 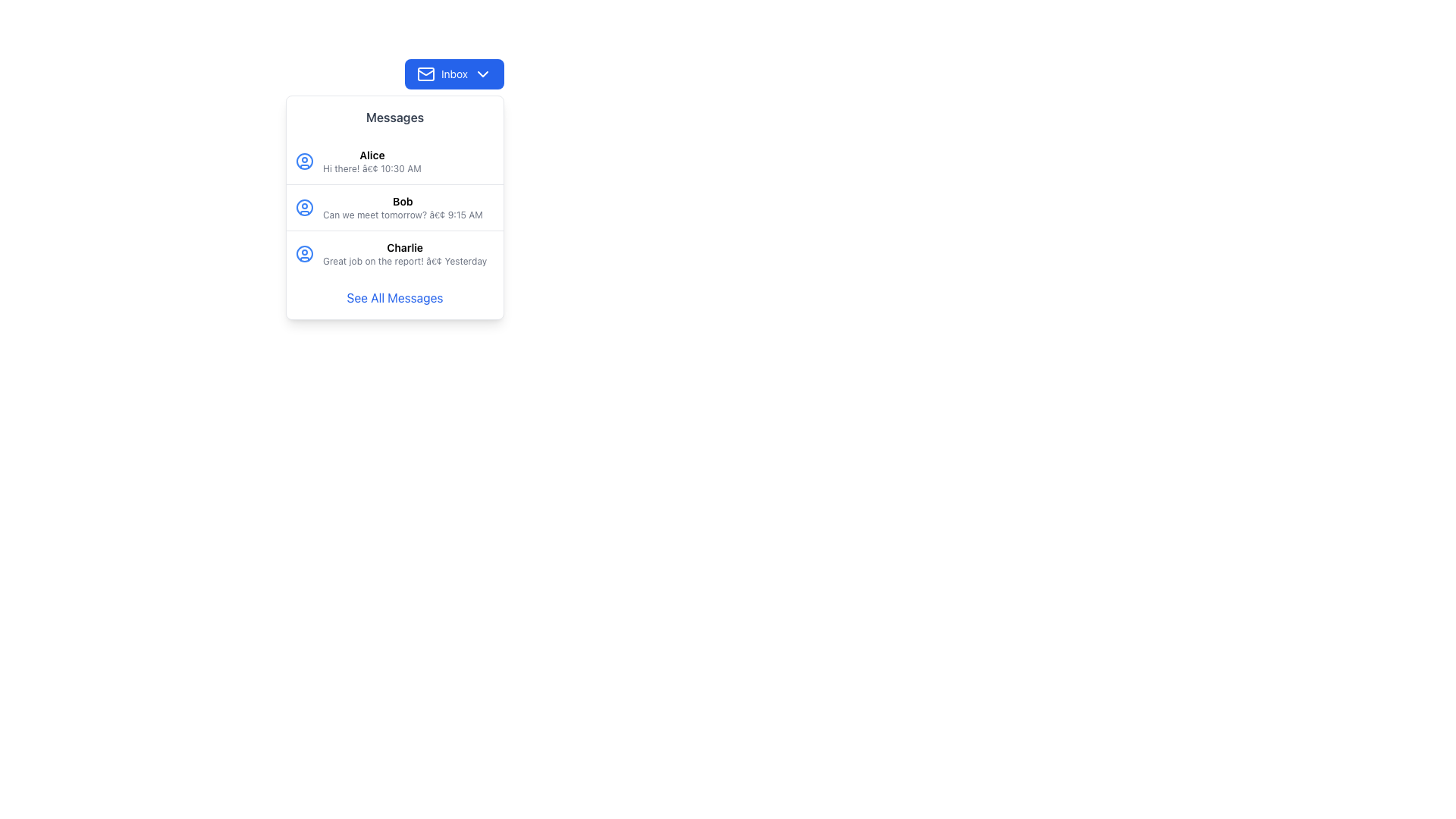 I want to click on the second message preview item in the list, which displays the sender's name, message snippet, and time, so click(x=403, y=207).